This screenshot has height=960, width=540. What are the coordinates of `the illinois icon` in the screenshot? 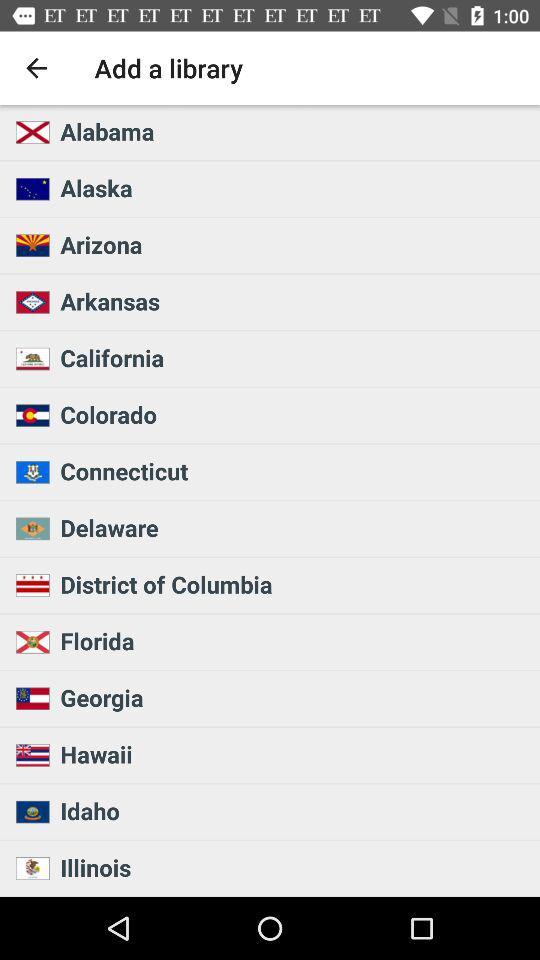 It's located at (293, 866).